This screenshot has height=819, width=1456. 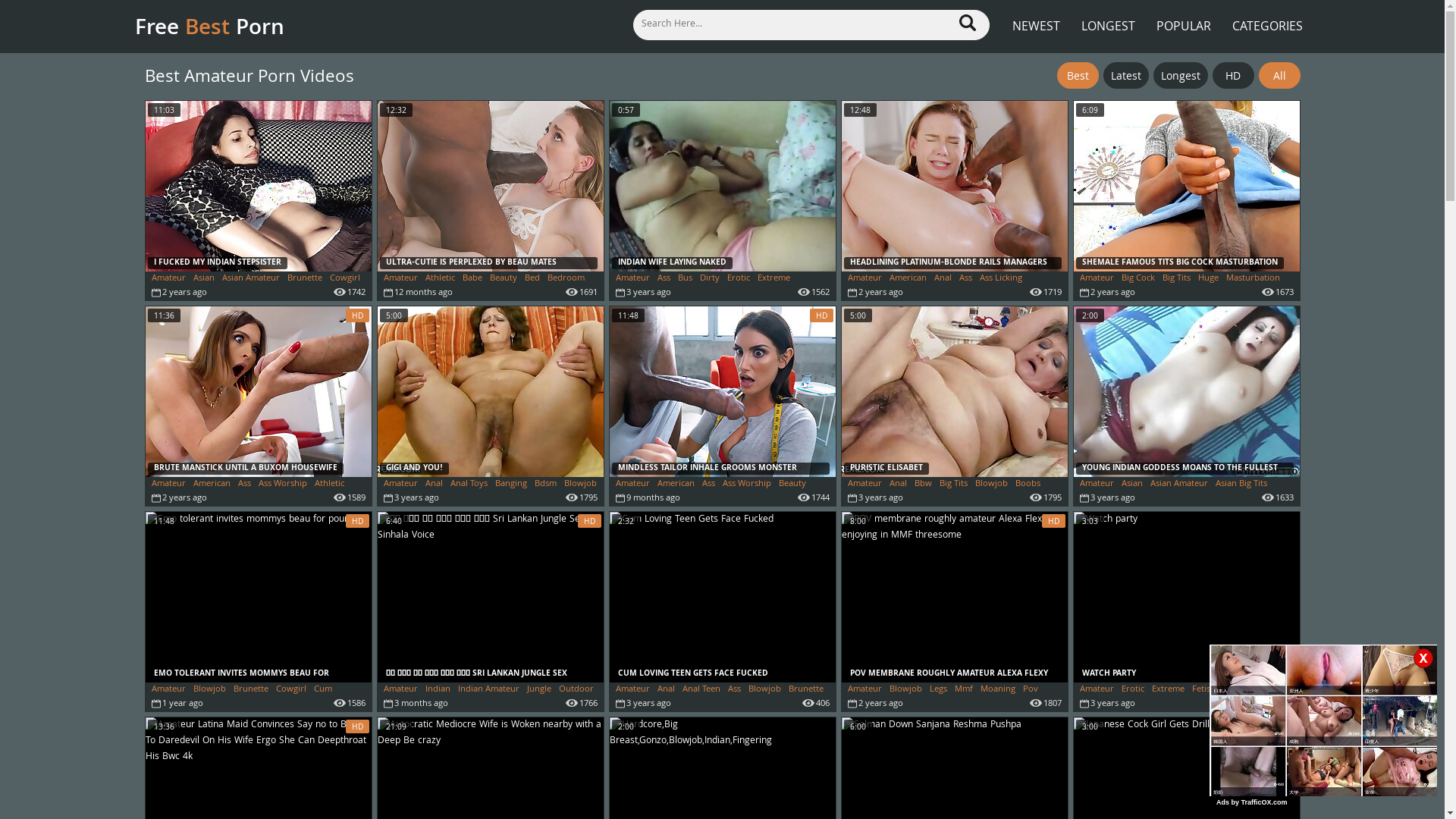 I want to click on 'Amateur', so click(x=168, y=689).